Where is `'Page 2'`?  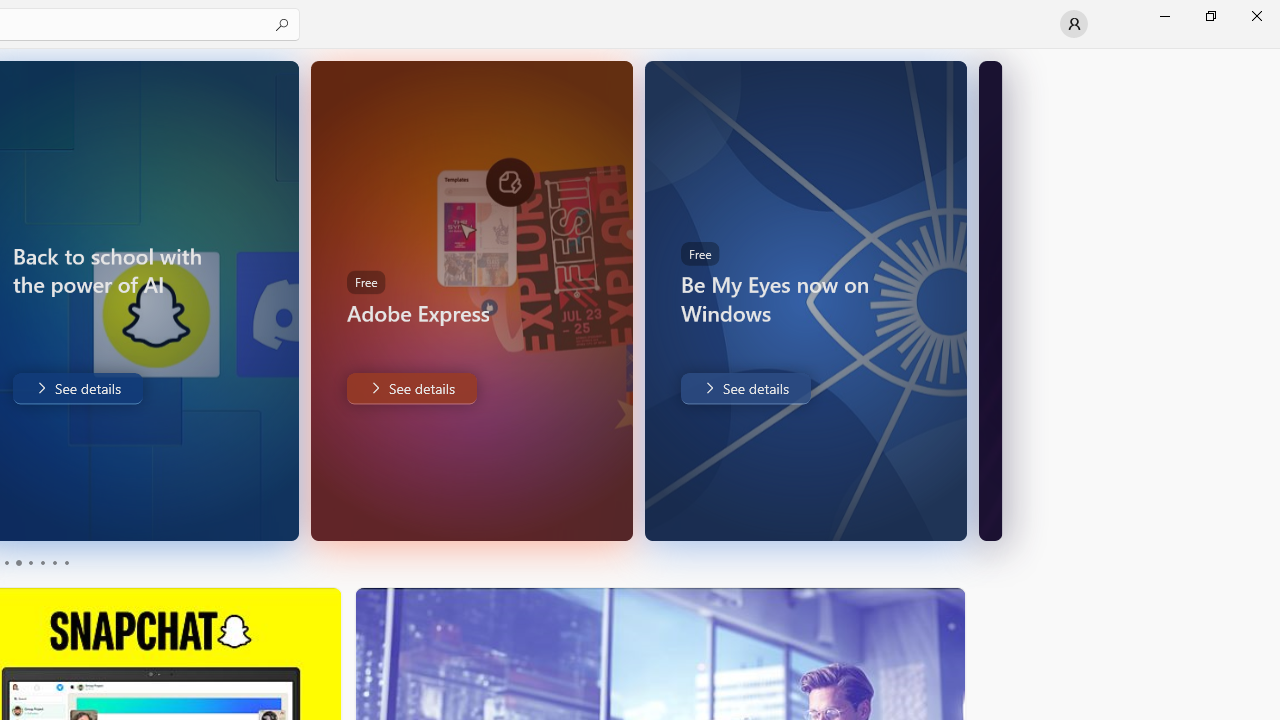 'Page 2' is located at coordinates (17, 563).